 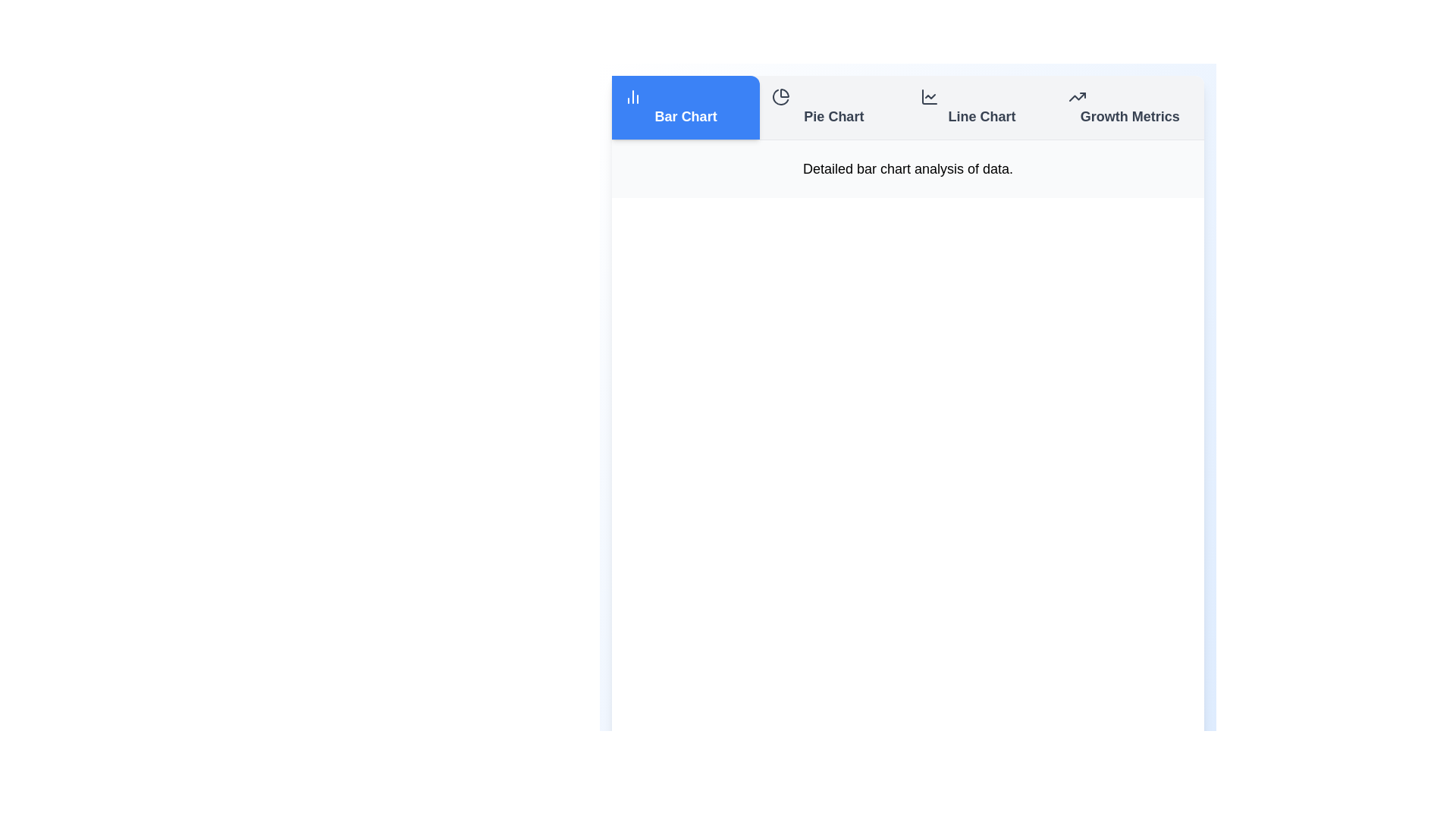 What do you see at coordinates (685, 107) in the screenshot?
I see `the chart type Bar Chart by clicking the corresponding tab button` at bounding box center [685, 107].